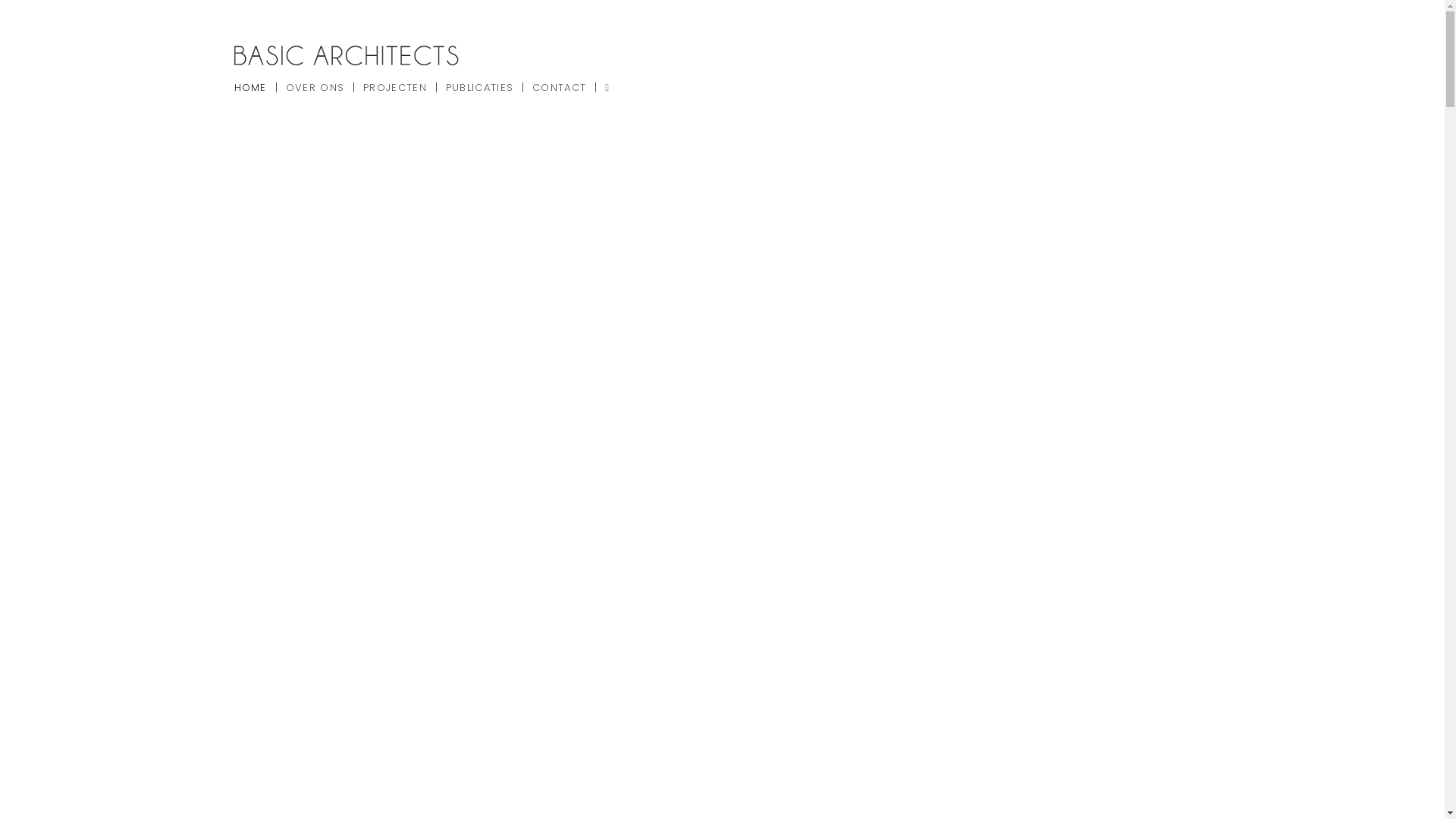  I want to click on 'PUBLICATIES', so click(436, 87).